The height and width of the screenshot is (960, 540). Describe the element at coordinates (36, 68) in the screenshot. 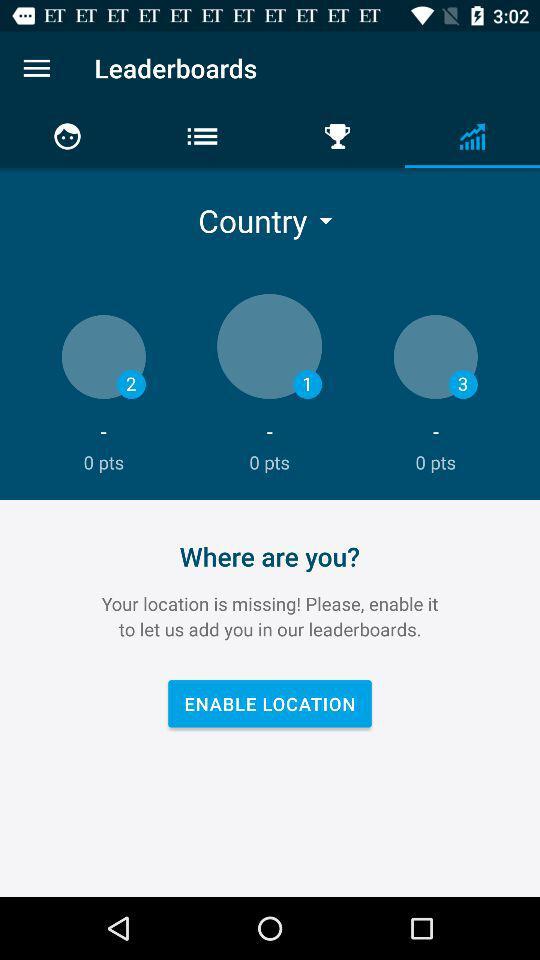

I see `click menu option` at that location.